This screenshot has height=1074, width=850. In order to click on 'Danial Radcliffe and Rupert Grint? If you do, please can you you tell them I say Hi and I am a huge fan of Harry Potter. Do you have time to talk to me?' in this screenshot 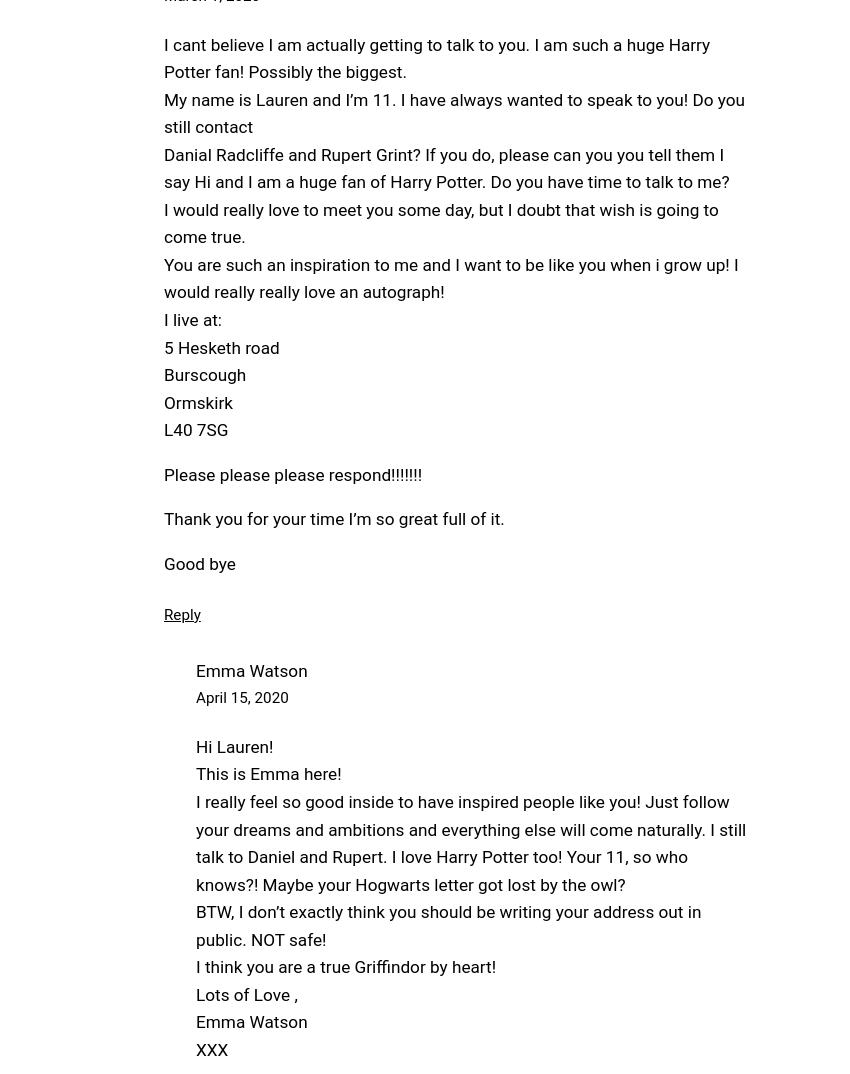, I will do `click(445, 167)`.